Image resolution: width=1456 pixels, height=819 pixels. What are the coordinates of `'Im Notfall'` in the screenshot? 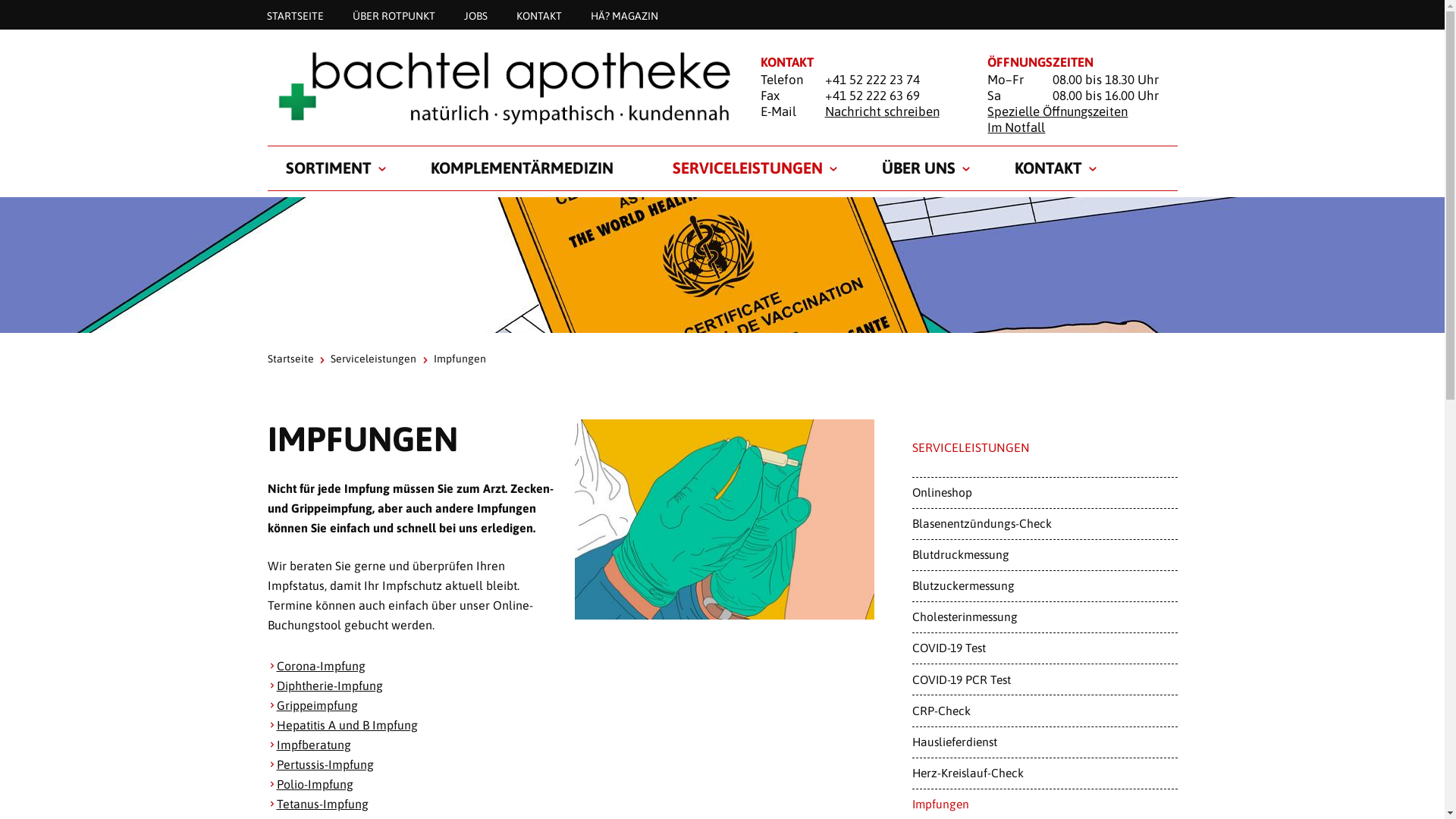 It's located at (1015, 127).